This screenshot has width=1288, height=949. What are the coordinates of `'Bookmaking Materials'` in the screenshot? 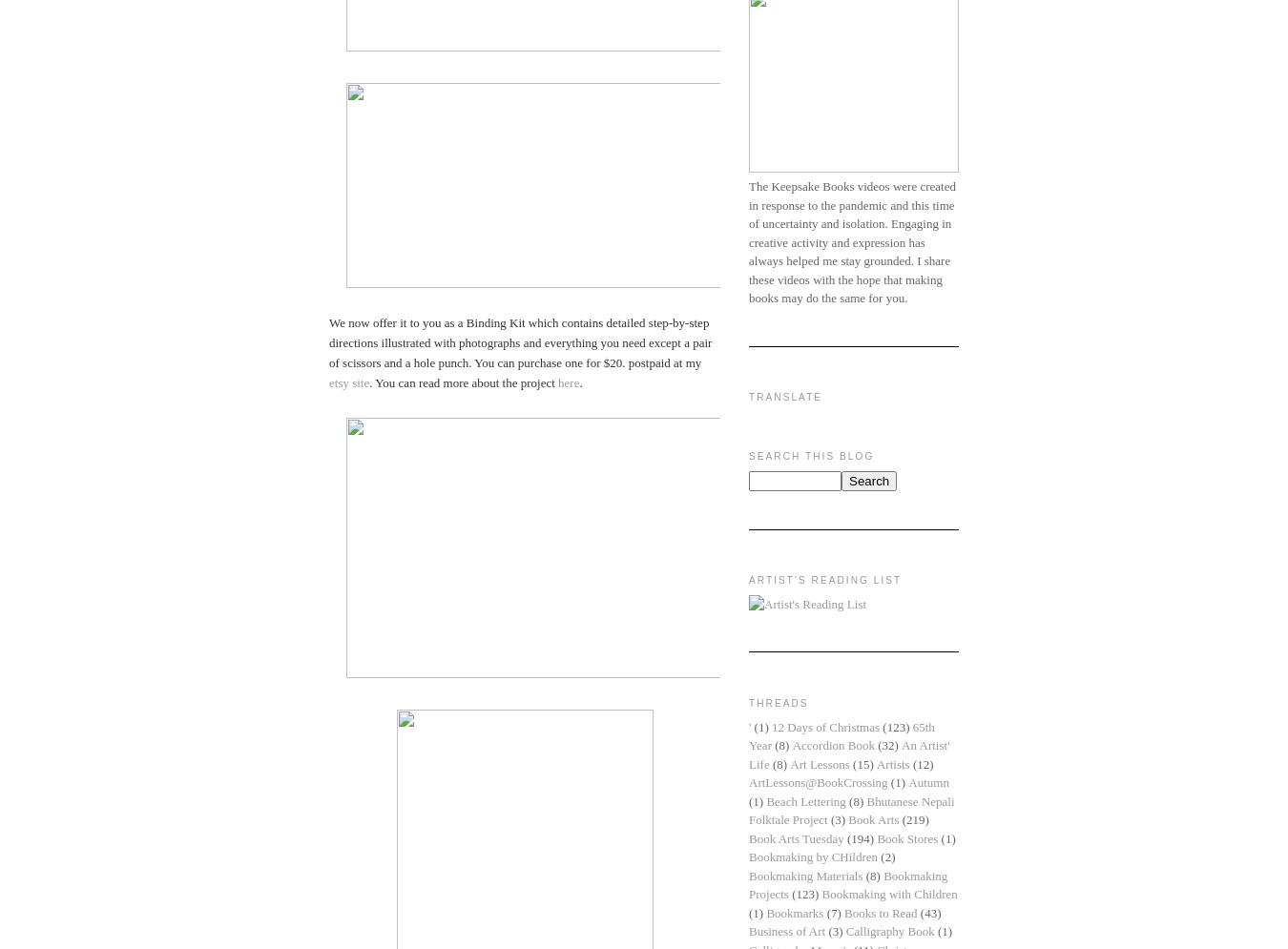 It's located at (748, 874).